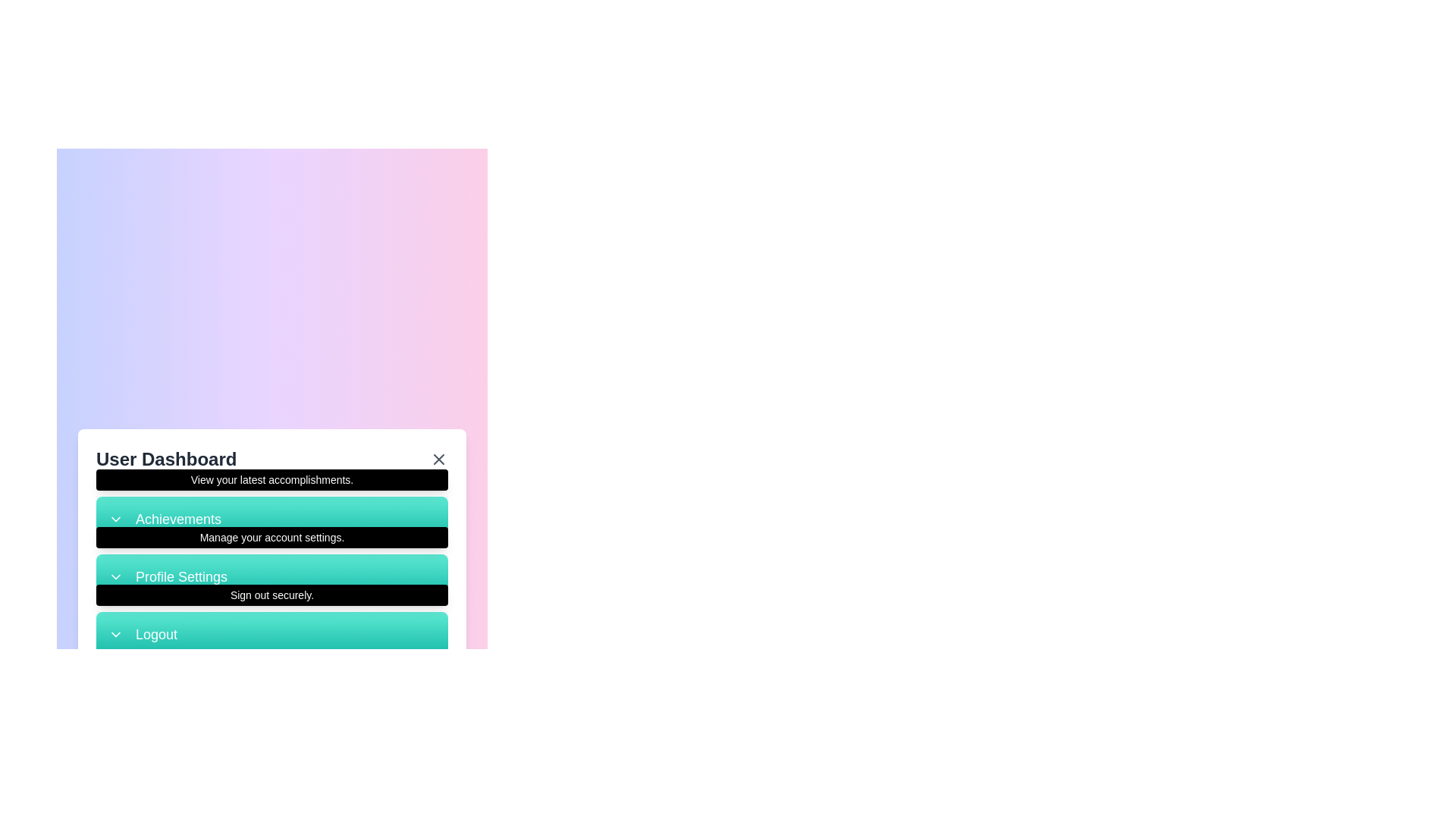 The height and width of the screenshot is (819, 1456). Describe the element at coordinates (272, 634) in the screenshot. I see `the logout button located at the bottom of the vertically stacked buttons in the user dashboard section` at that location.